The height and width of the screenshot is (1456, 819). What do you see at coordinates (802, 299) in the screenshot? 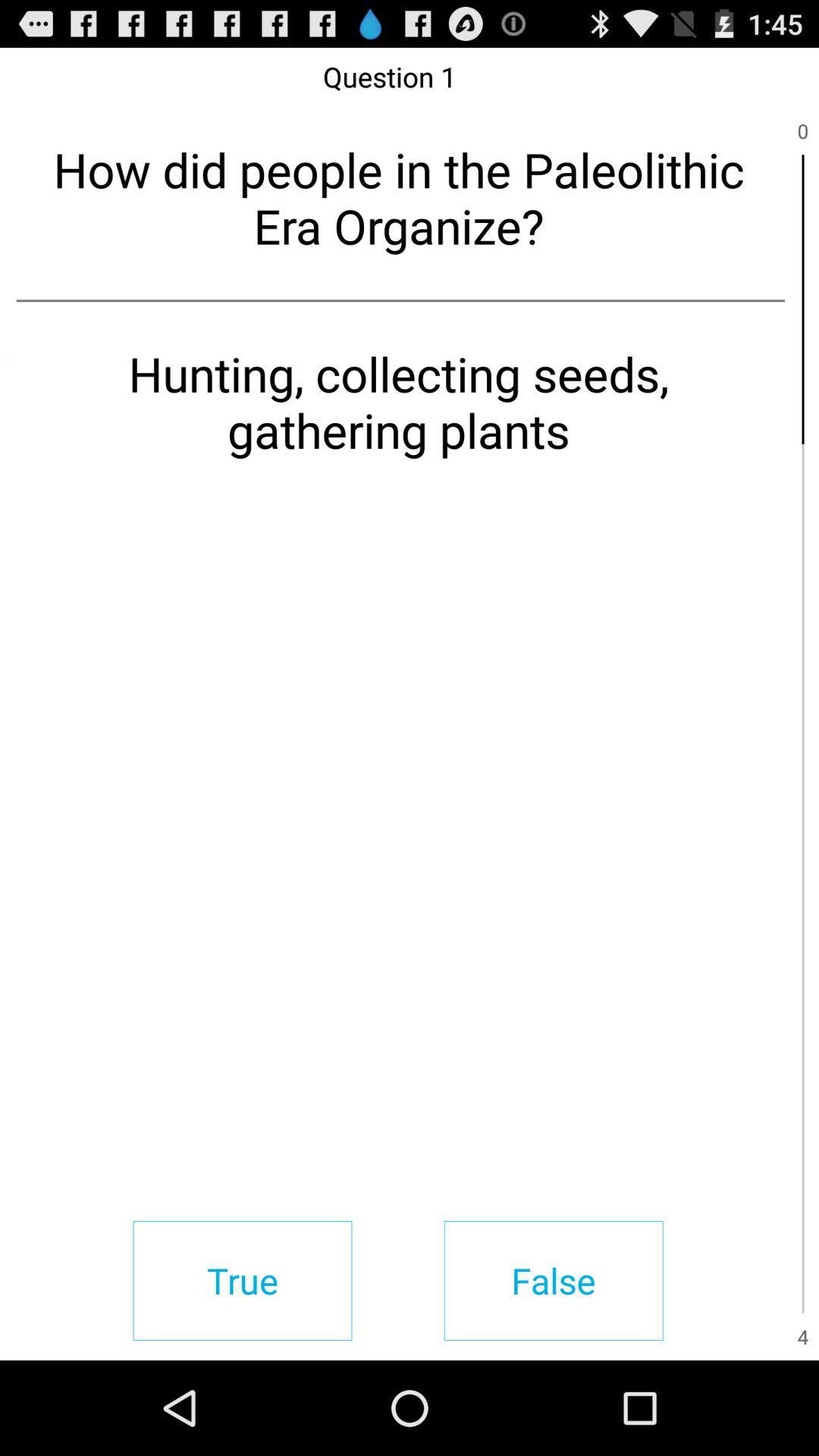
I see `icon below the 0 item` at bounding box center [802, 299].